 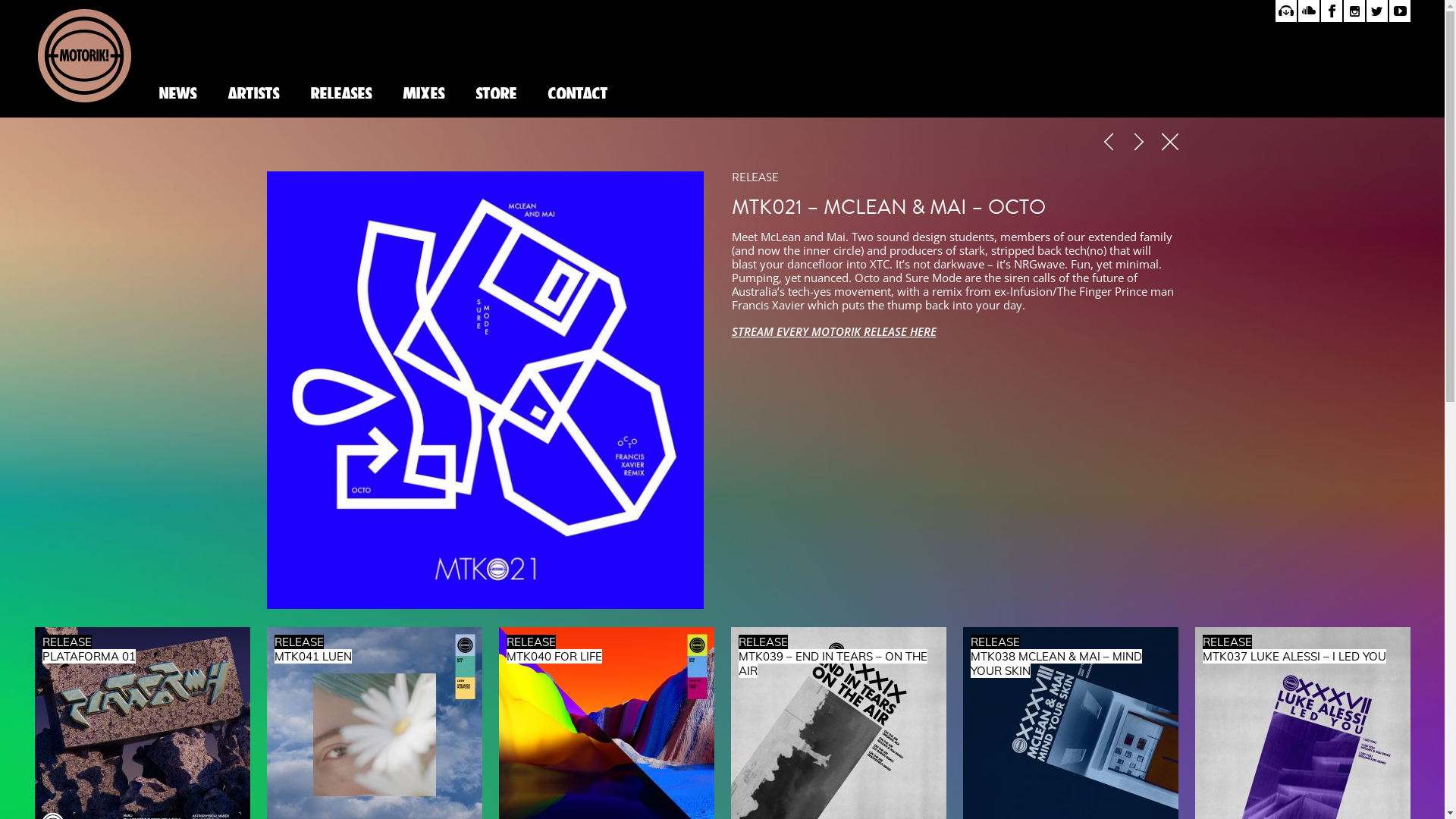 What do you see at coordinates (177, 91) in the screenshot?
I see `'NEWS'` at bounding box center [177, 91].